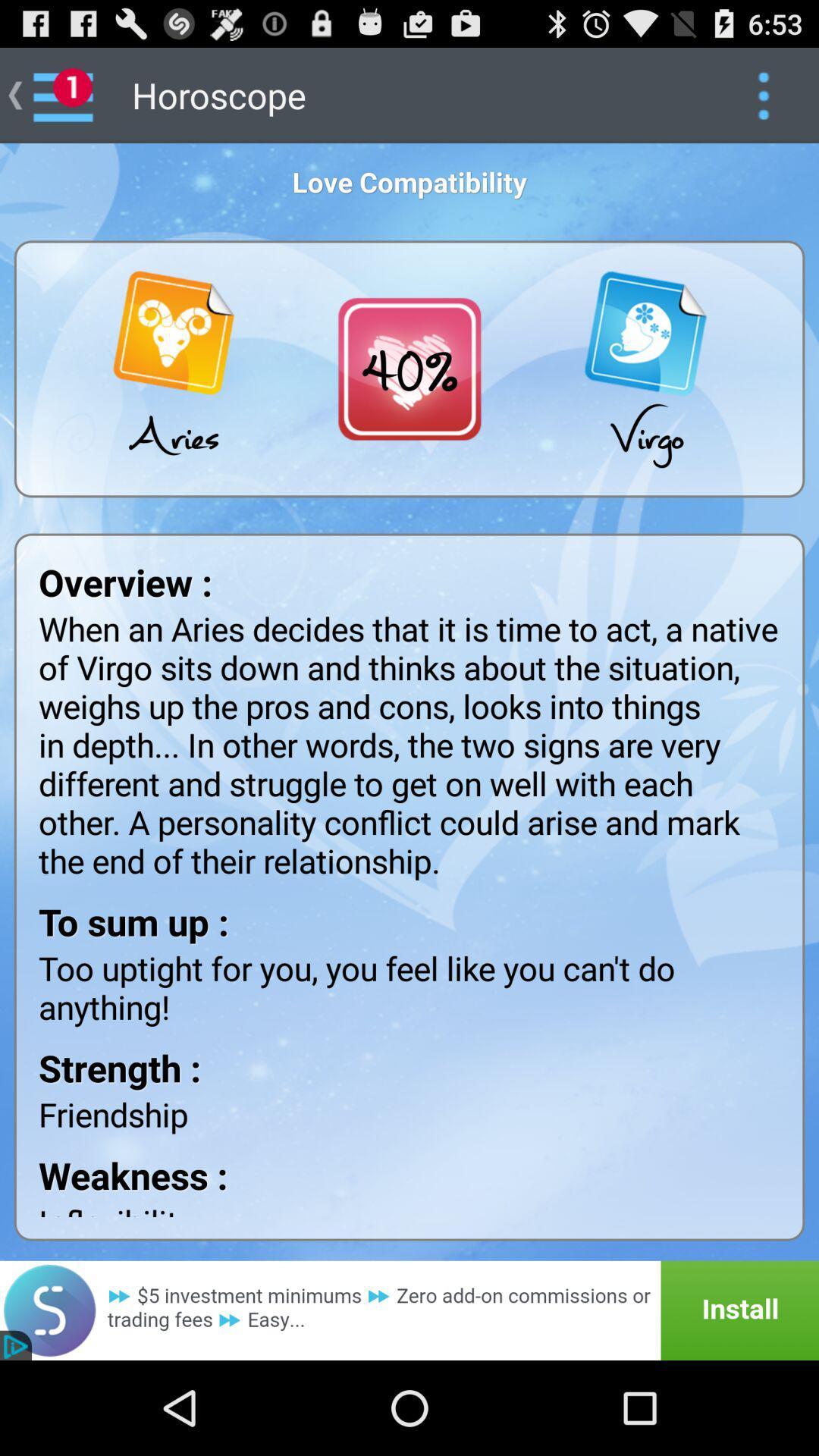 This screenshot has height=1456, width=819. What do you see at coordinates (409, 1310) in the screenshot?
I see `advertisement` at bounding box center [409, 1310].